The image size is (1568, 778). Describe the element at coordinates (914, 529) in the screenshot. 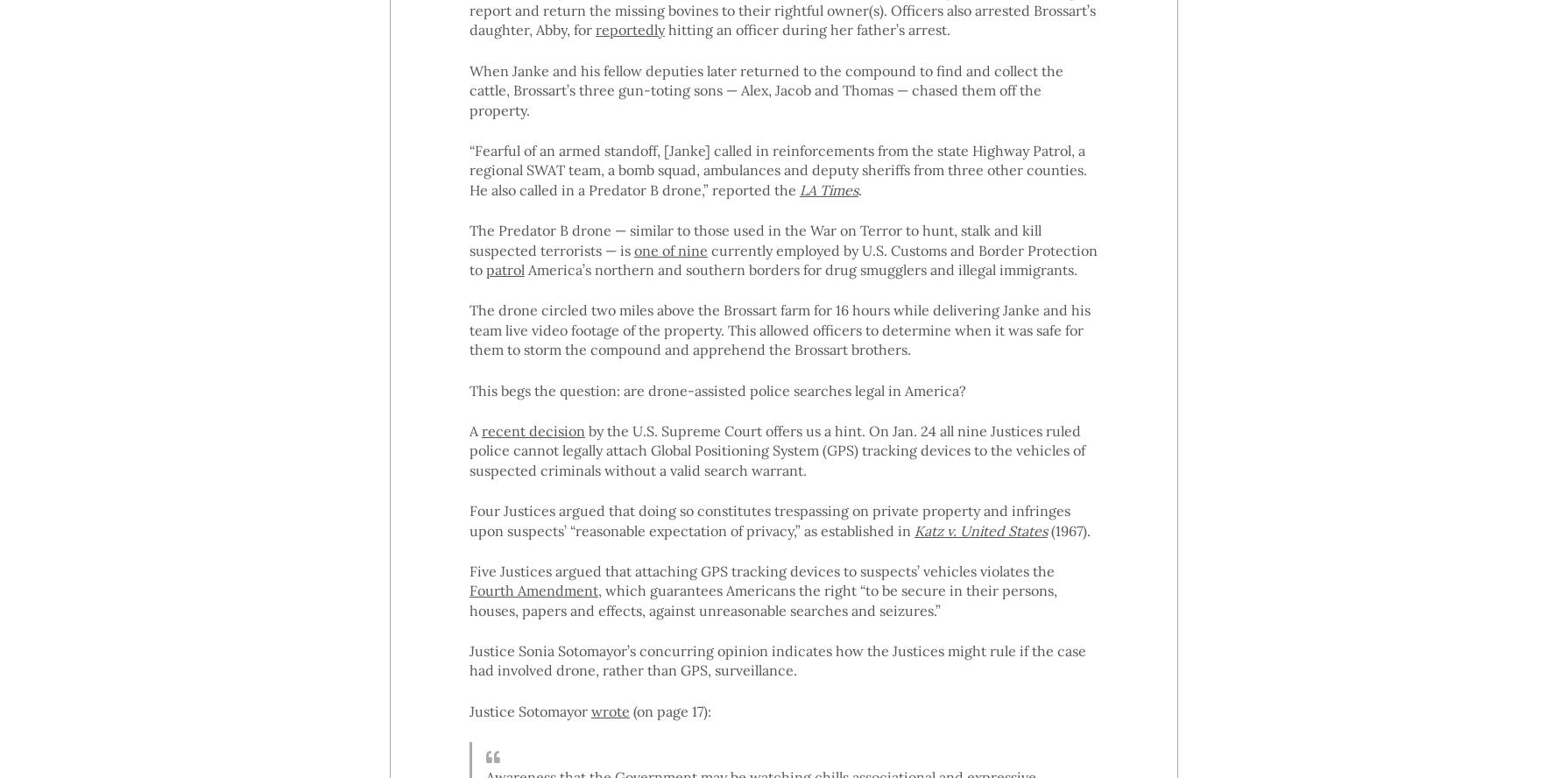

I see `'Katz v. United States'` at that location.